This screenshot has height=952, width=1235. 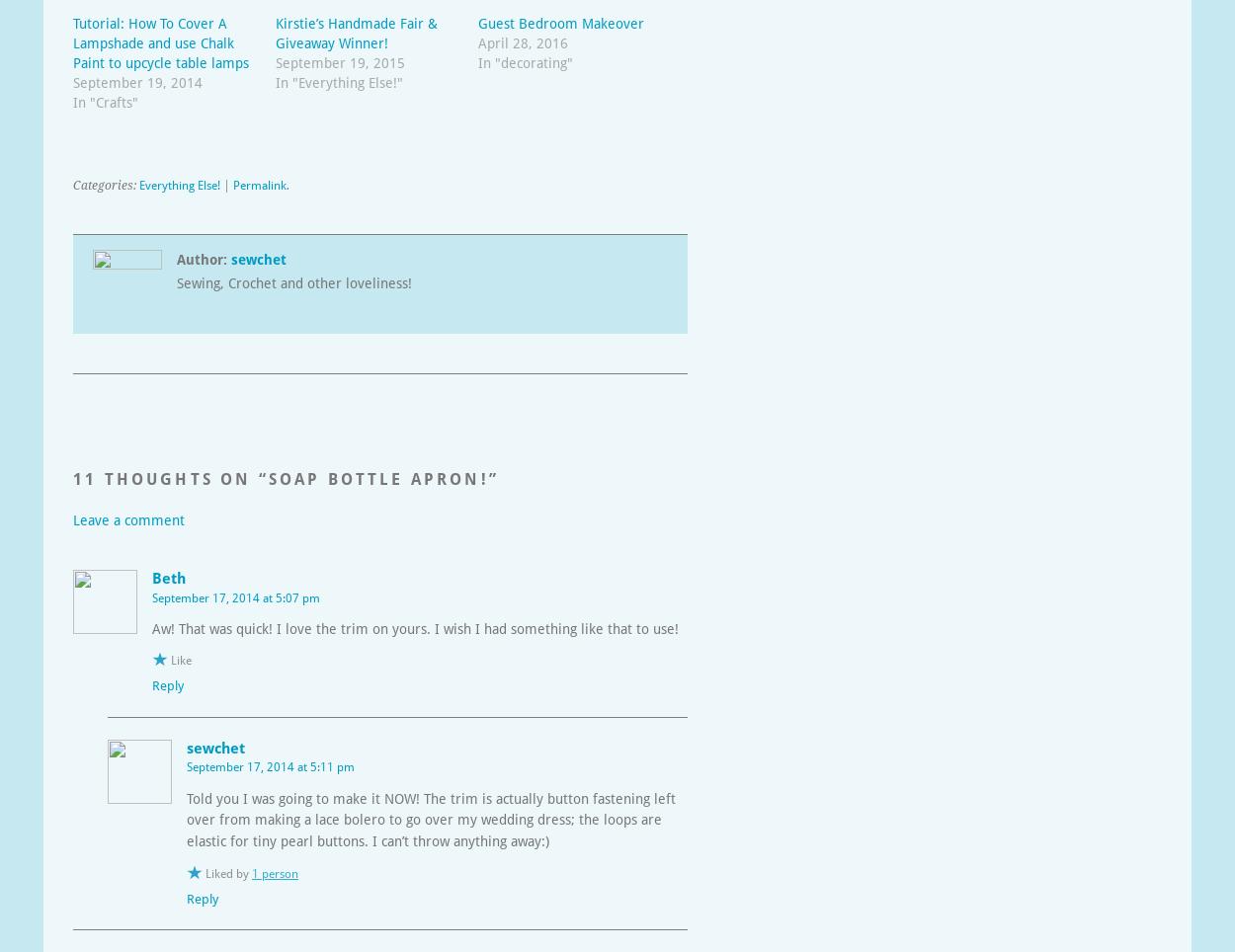 I want to click on 'Liked by', so click(x=227, y=872).